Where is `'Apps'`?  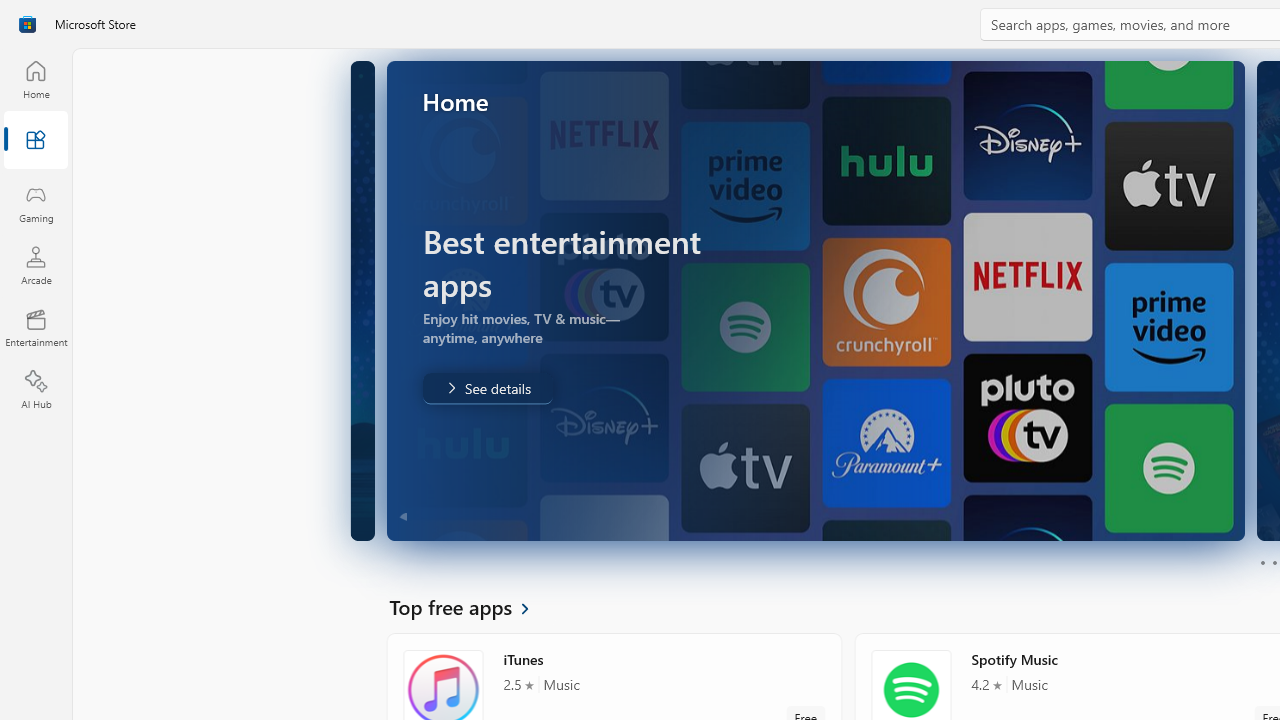 'Apps' is located at coordinates (35, 140).